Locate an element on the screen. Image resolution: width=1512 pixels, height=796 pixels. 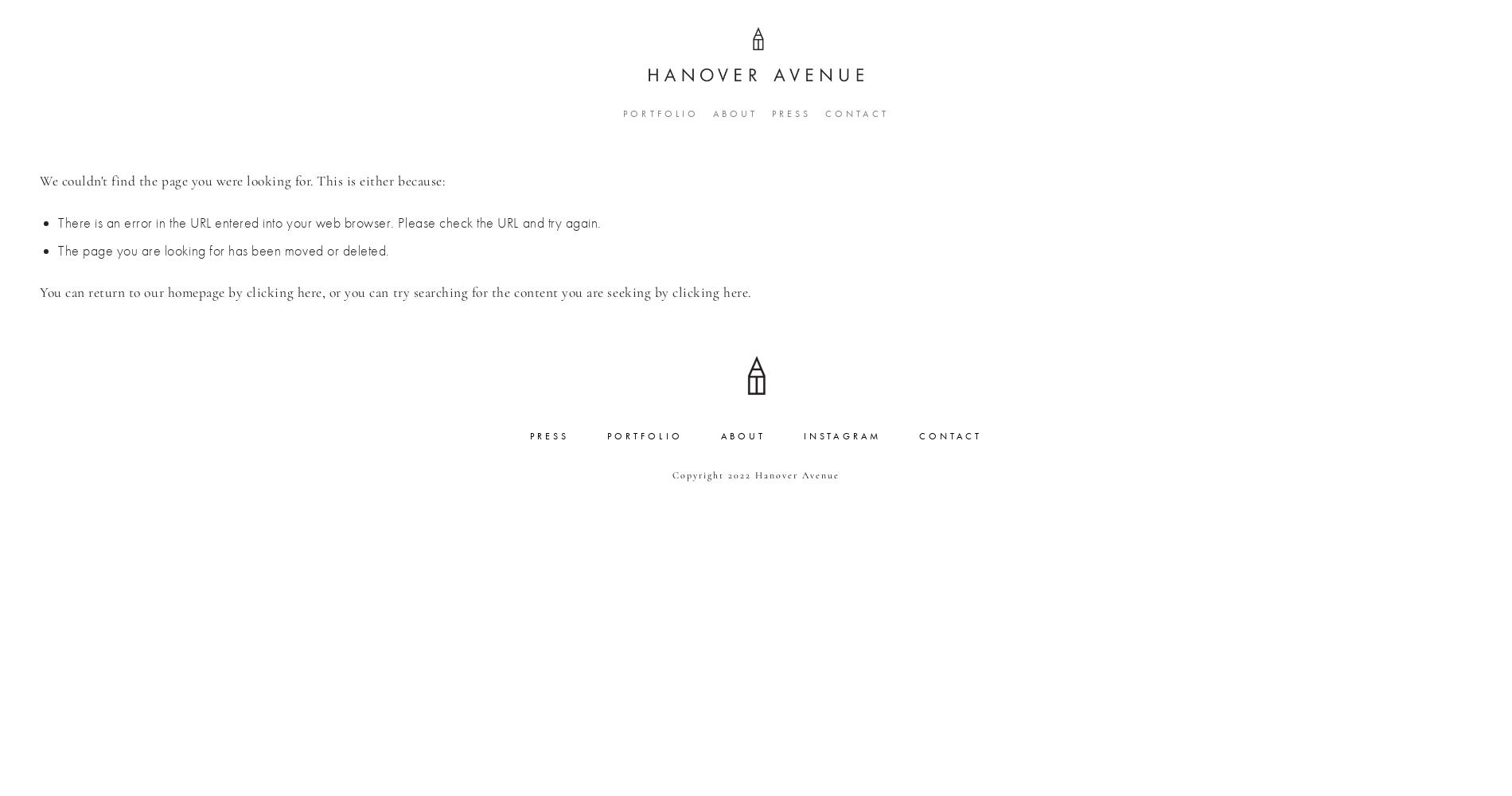
', or you can try searching for the
  content you are seeking by' is located at coordinates (497, 291).